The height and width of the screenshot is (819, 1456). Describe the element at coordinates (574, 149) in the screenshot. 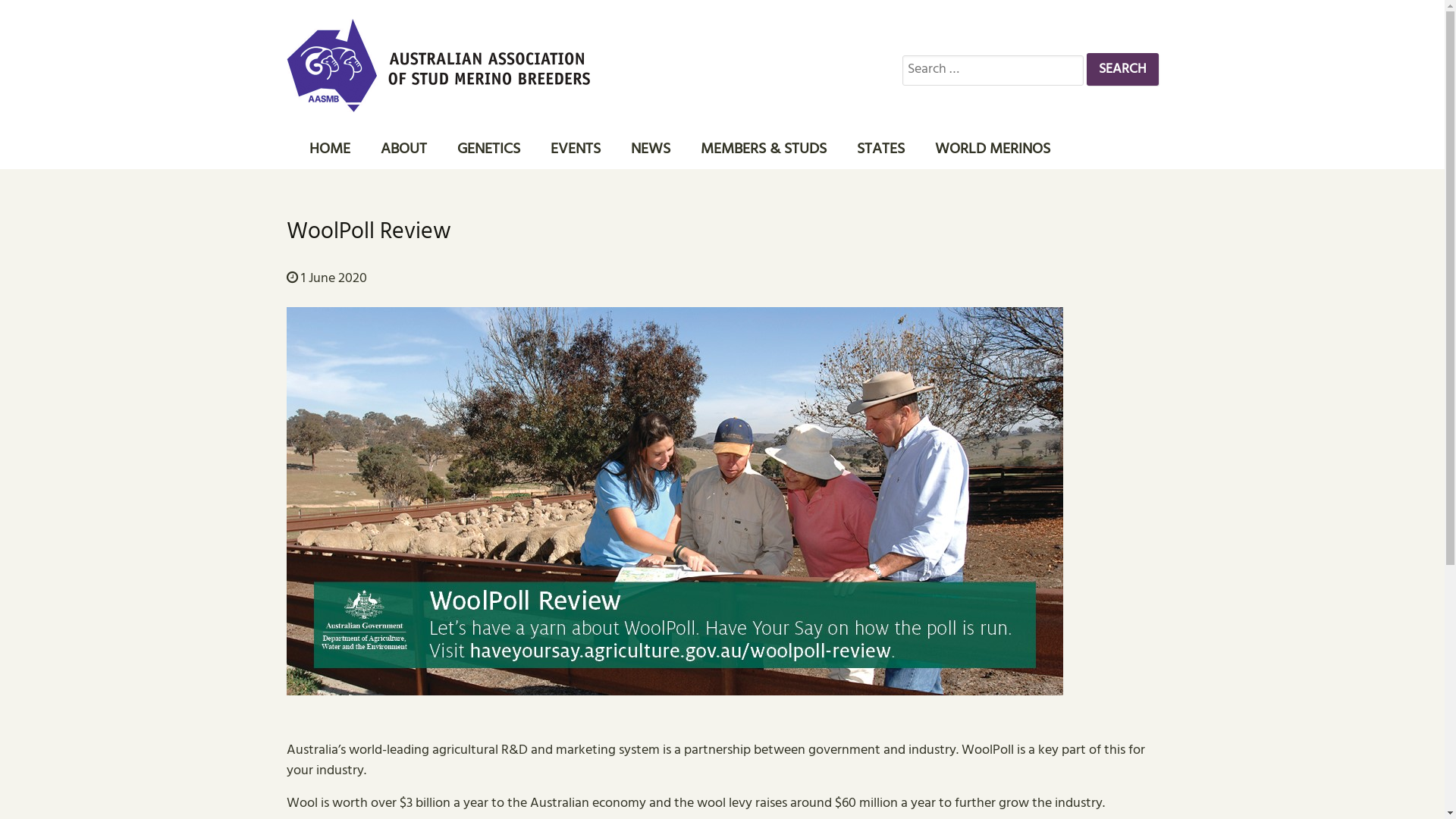

I see `'EVENTS'` at that location.